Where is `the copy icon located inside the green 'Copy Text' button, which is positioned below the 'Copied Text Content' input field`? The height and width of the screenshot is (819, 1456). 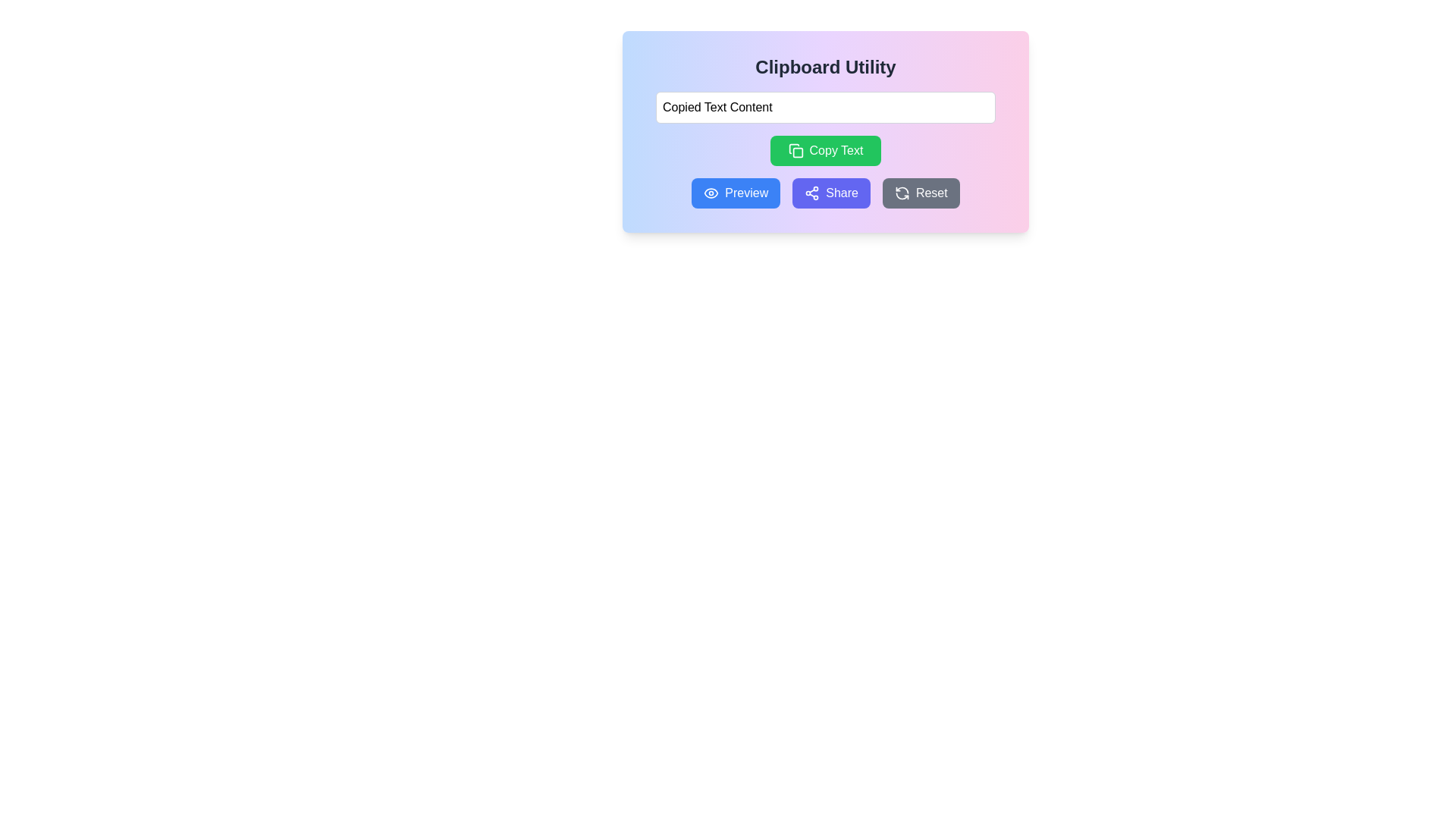 the copy icon located inside the green 'Copy Text' button, which is positioned below the 'Copied Text Content' input field is located at coordinates (795, 151).